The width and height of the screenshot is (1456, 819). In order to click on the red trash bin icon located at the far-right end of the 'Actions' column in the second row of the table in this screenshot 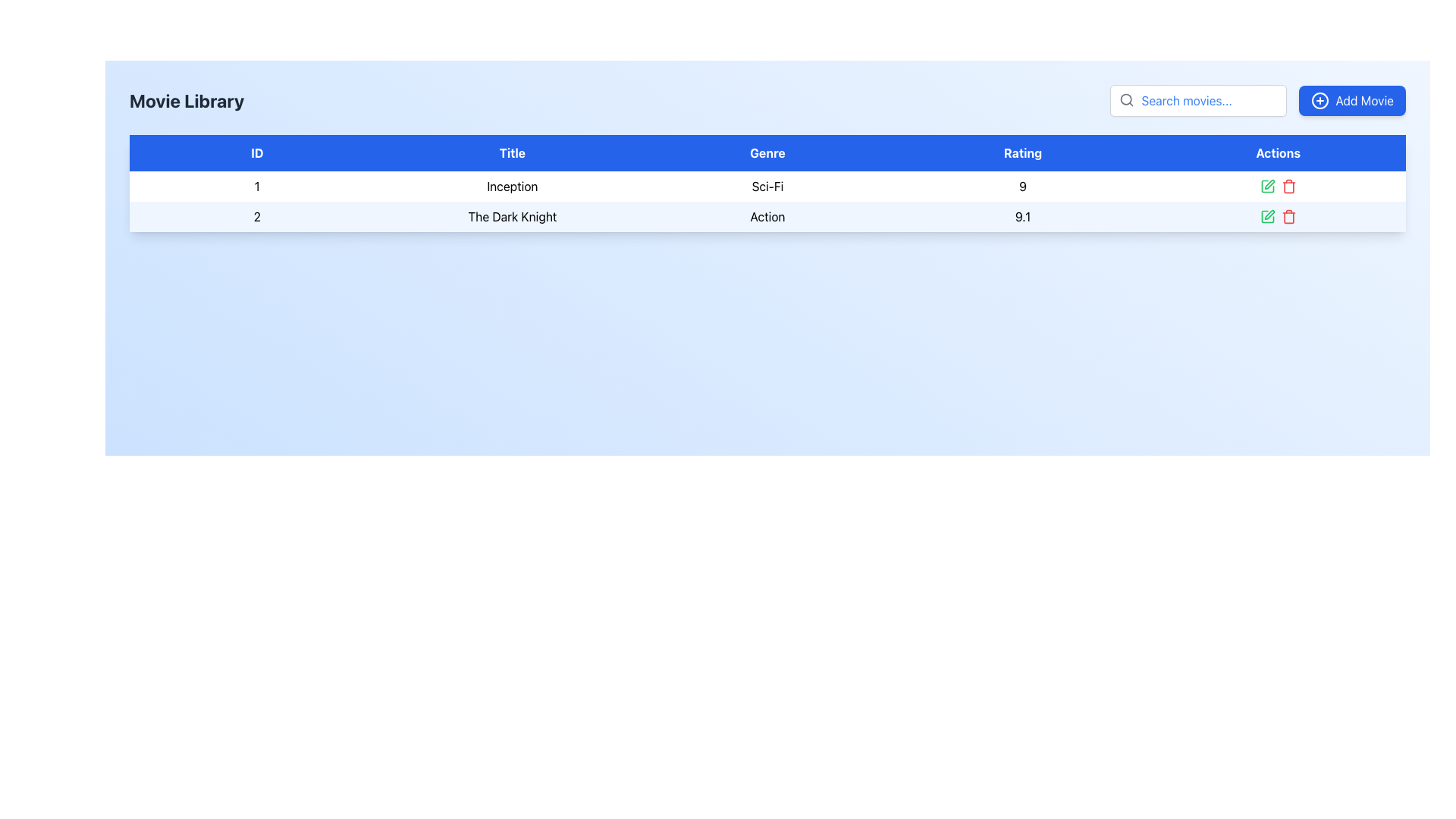, I will do `click(1288, 216)`.